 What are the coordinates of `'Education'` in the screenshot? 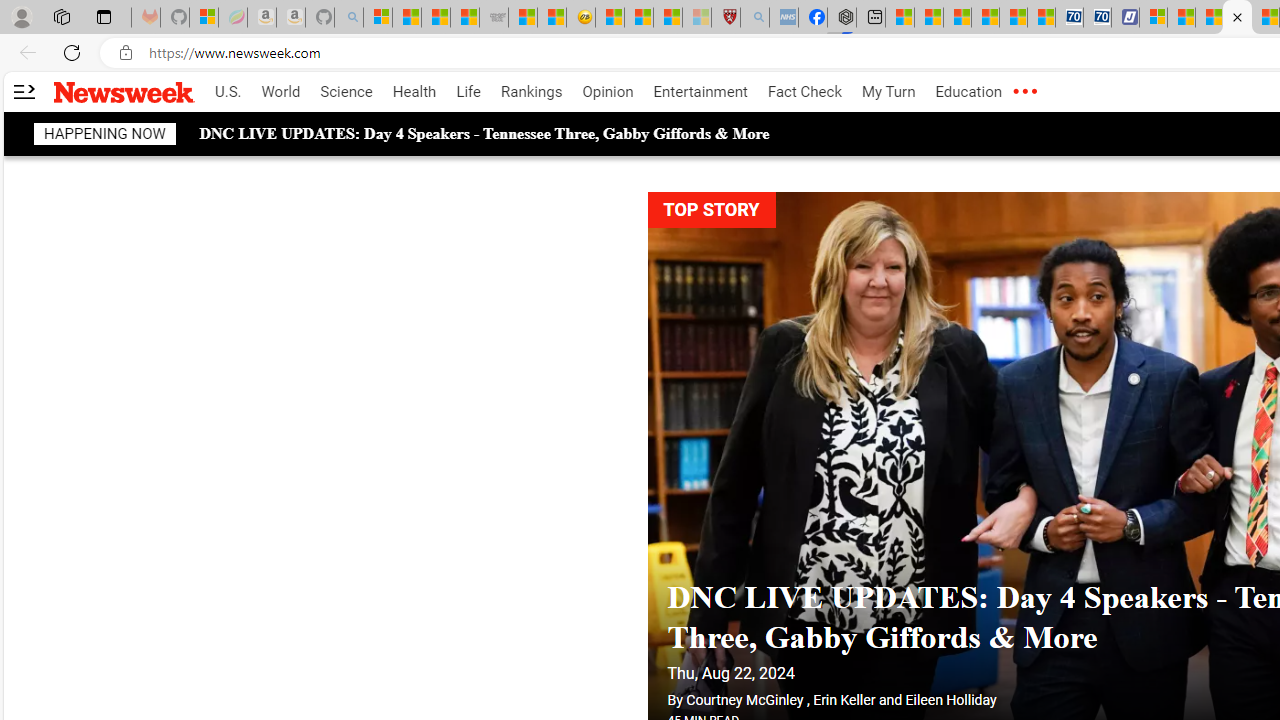 It's located at (968, 92).